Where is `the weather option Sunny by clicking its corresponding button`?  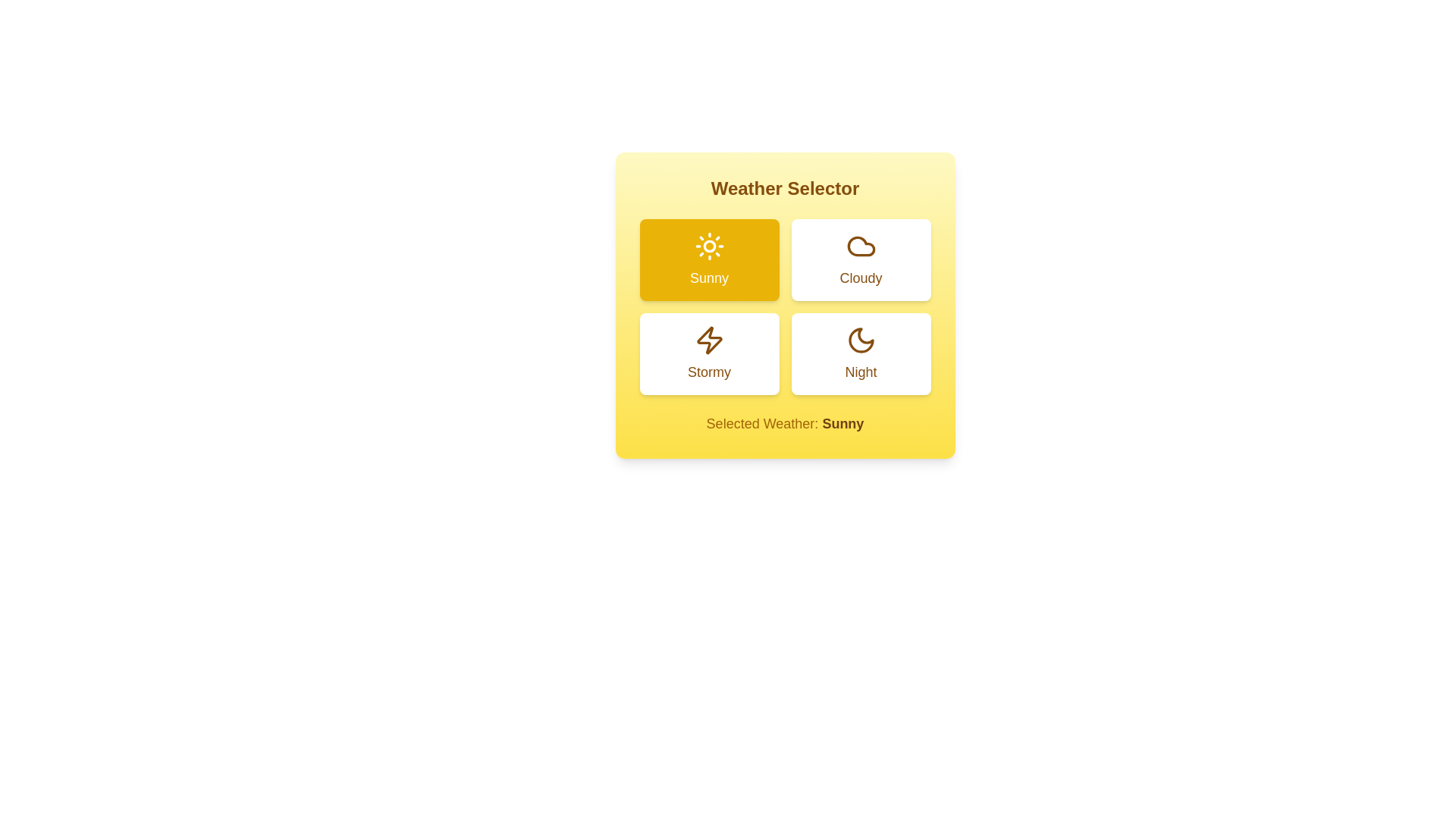
the weather option Sunny by clicking its corresponding button is located at coordinates (708, 259).